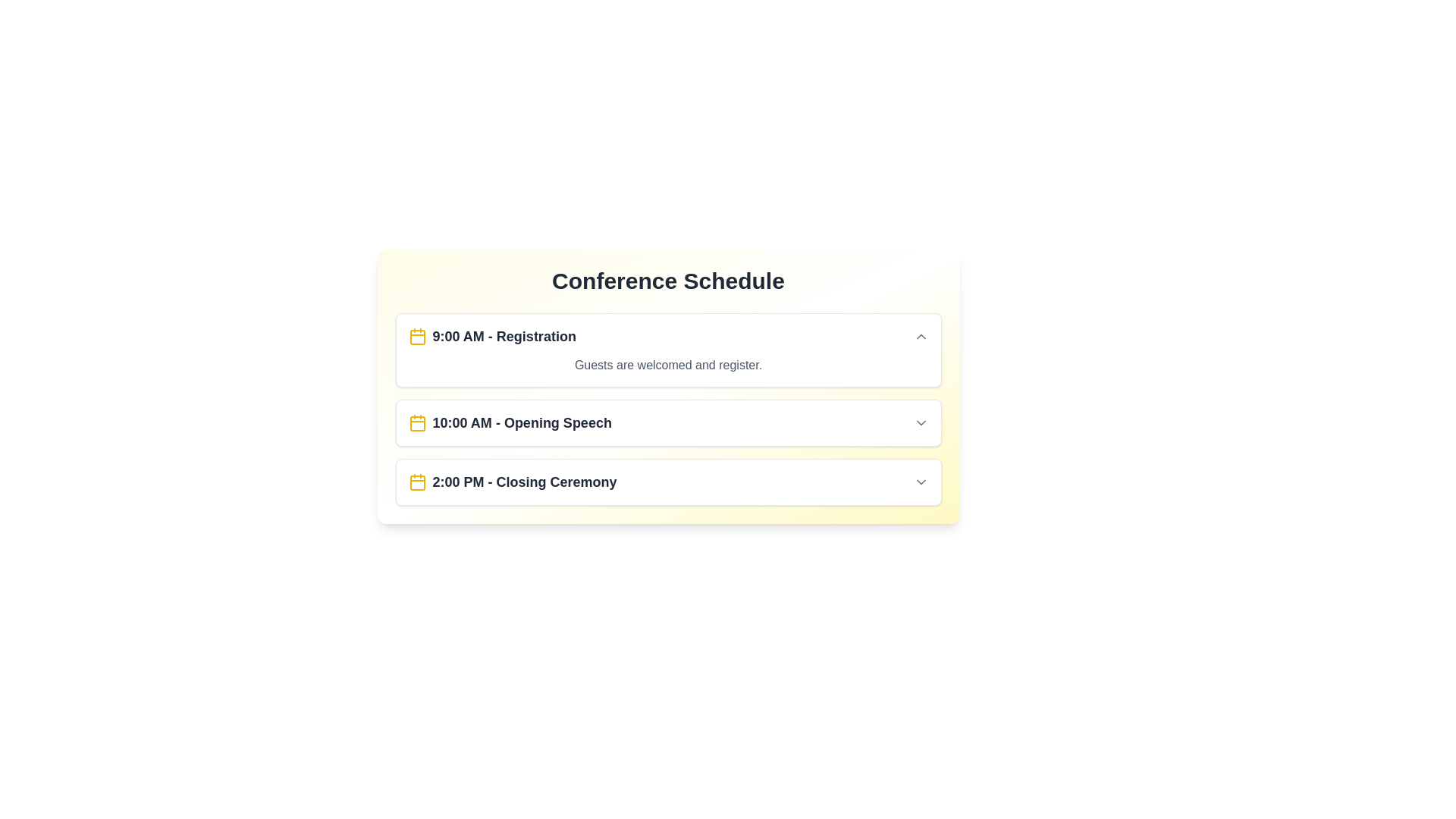 This screenshot has height=819, width=1456. I want to click on the third item in the 'Conference Schedule' list to read the event details about the 'Closing Ceremony' scheduled for '2:00 PM', so click(667, 482).